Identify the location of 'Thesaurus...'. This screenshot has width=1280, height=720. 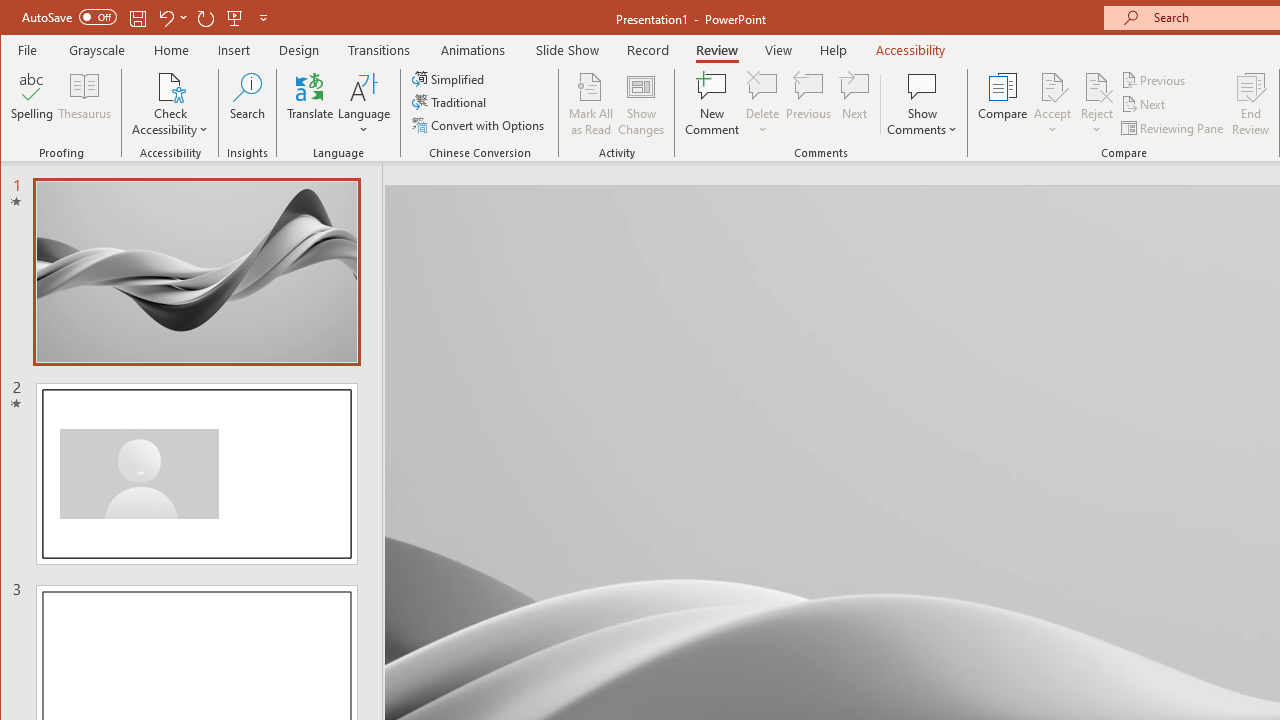
(84, 104).